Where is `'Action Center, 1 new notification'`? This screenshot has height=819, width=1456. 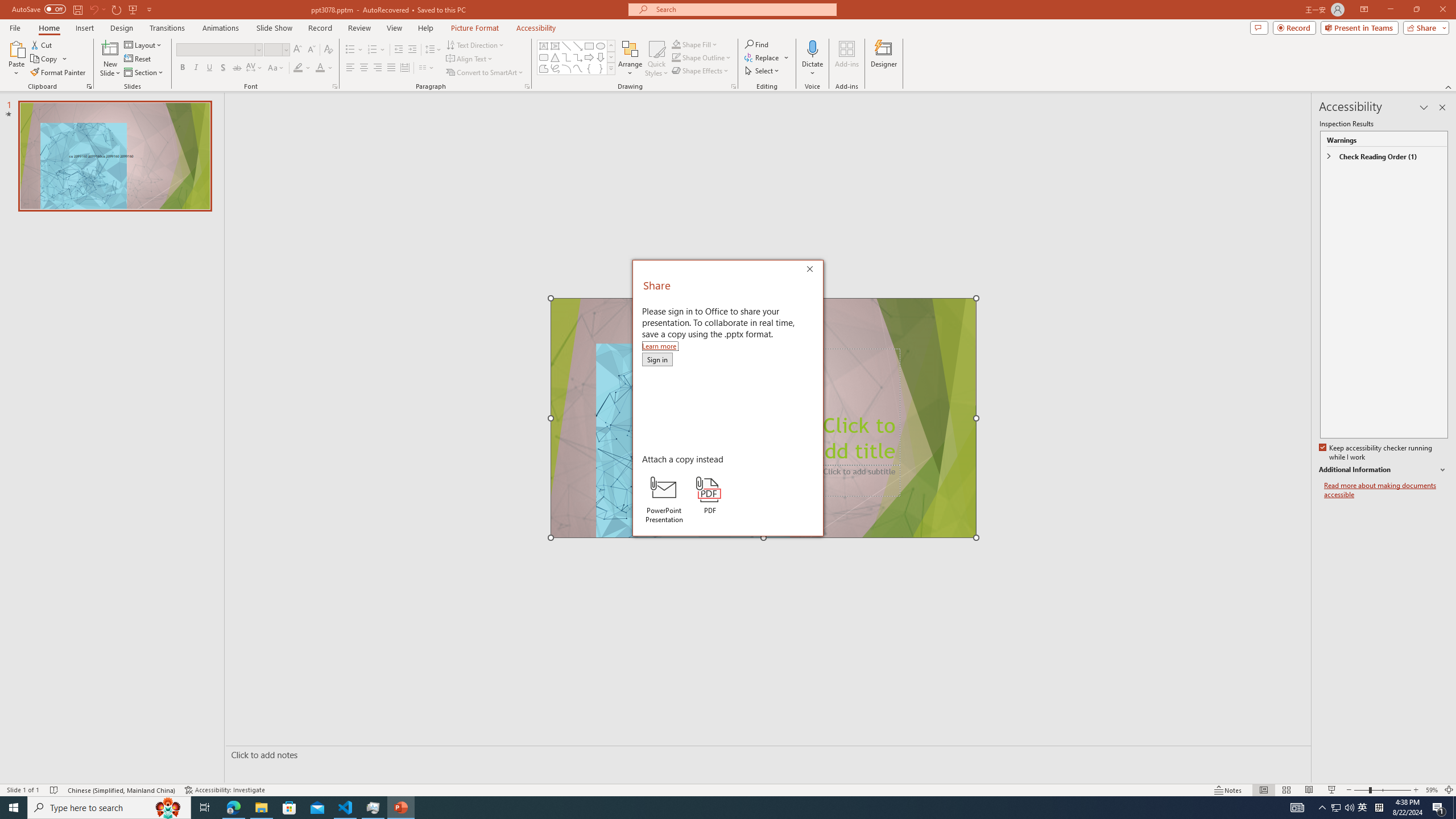
'Action Center, 1 new notification' is located at coordinates (1439, 806).